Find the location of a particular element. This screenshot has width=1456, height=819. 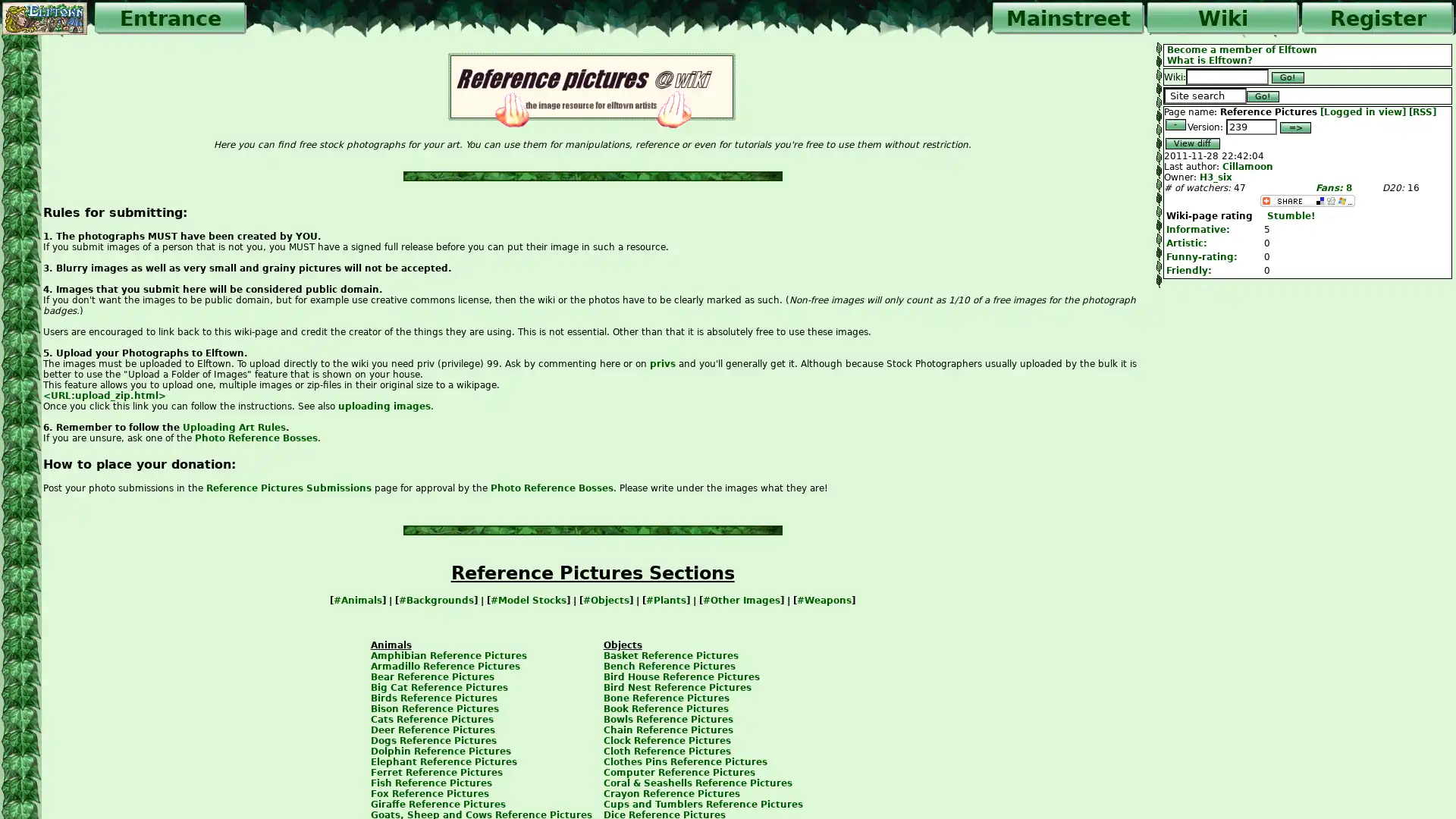

Go! is located at coordinates (1263, 96).